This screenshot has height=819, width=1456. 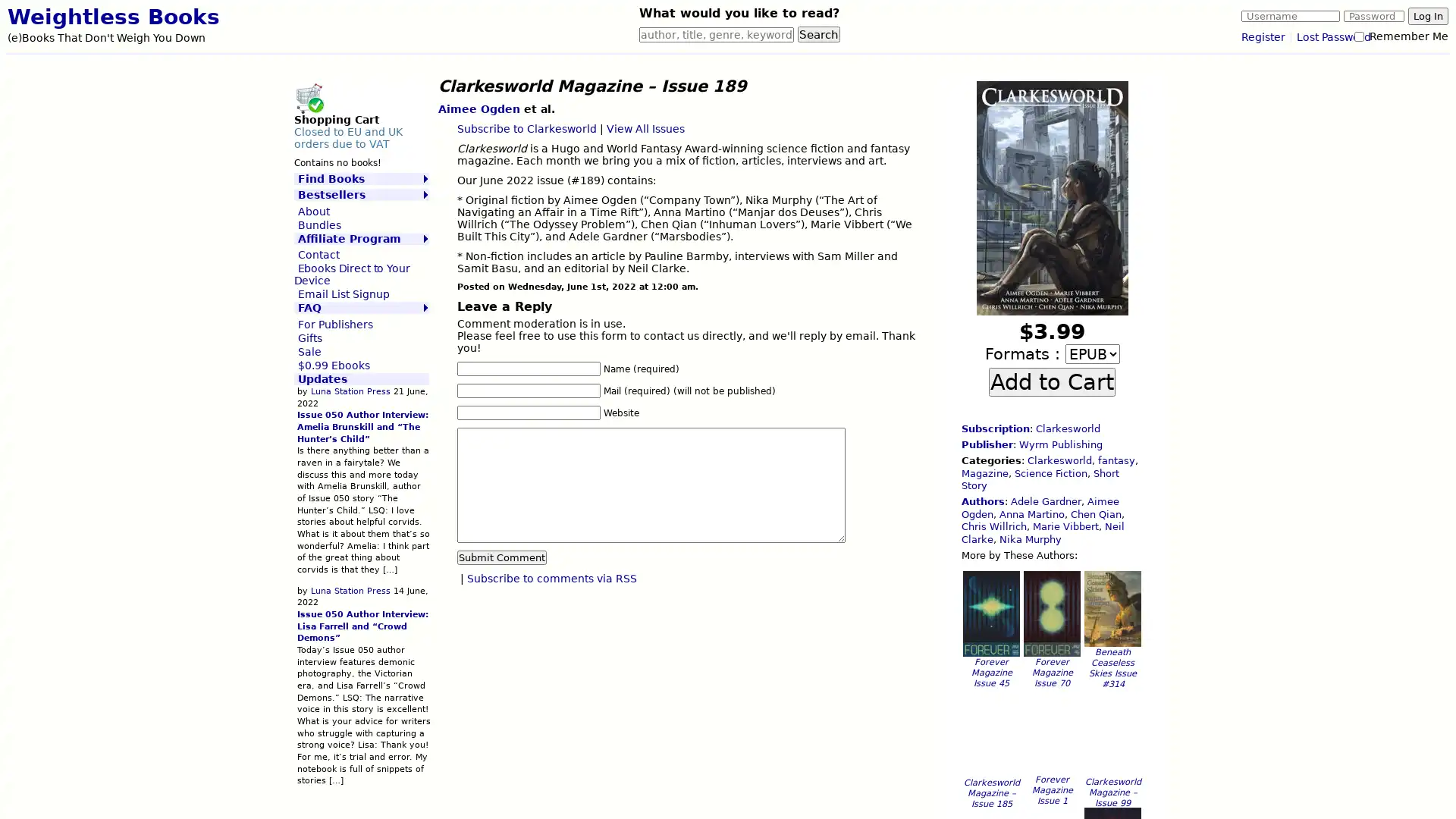 What do you see at coordinates (308, 97) in the screenshot?
I see `Shopping Cart` at bounding box center [308, 97].